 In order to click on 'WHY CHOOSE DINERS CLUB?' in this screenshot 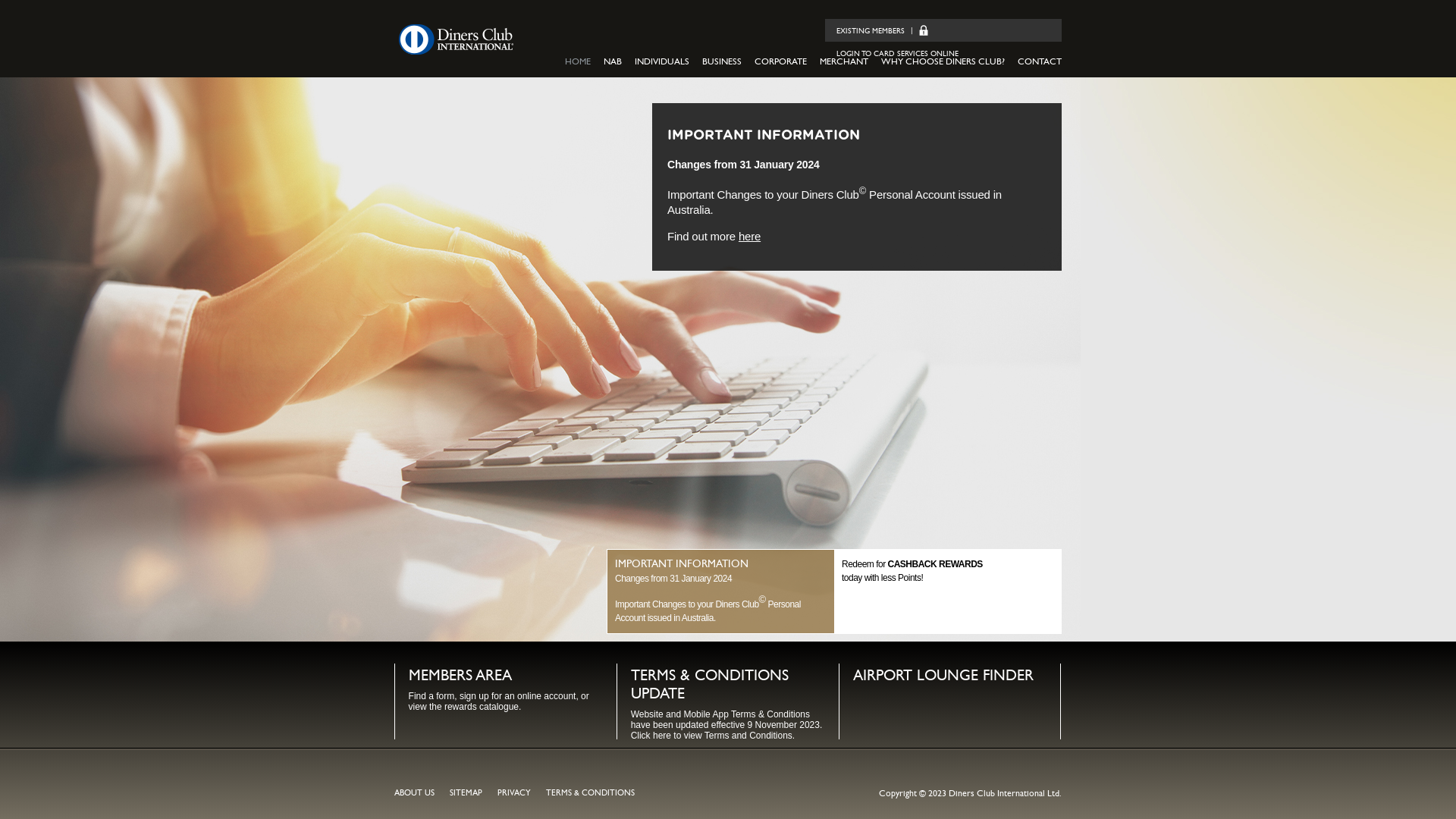, I will do `click(880, 61)`.